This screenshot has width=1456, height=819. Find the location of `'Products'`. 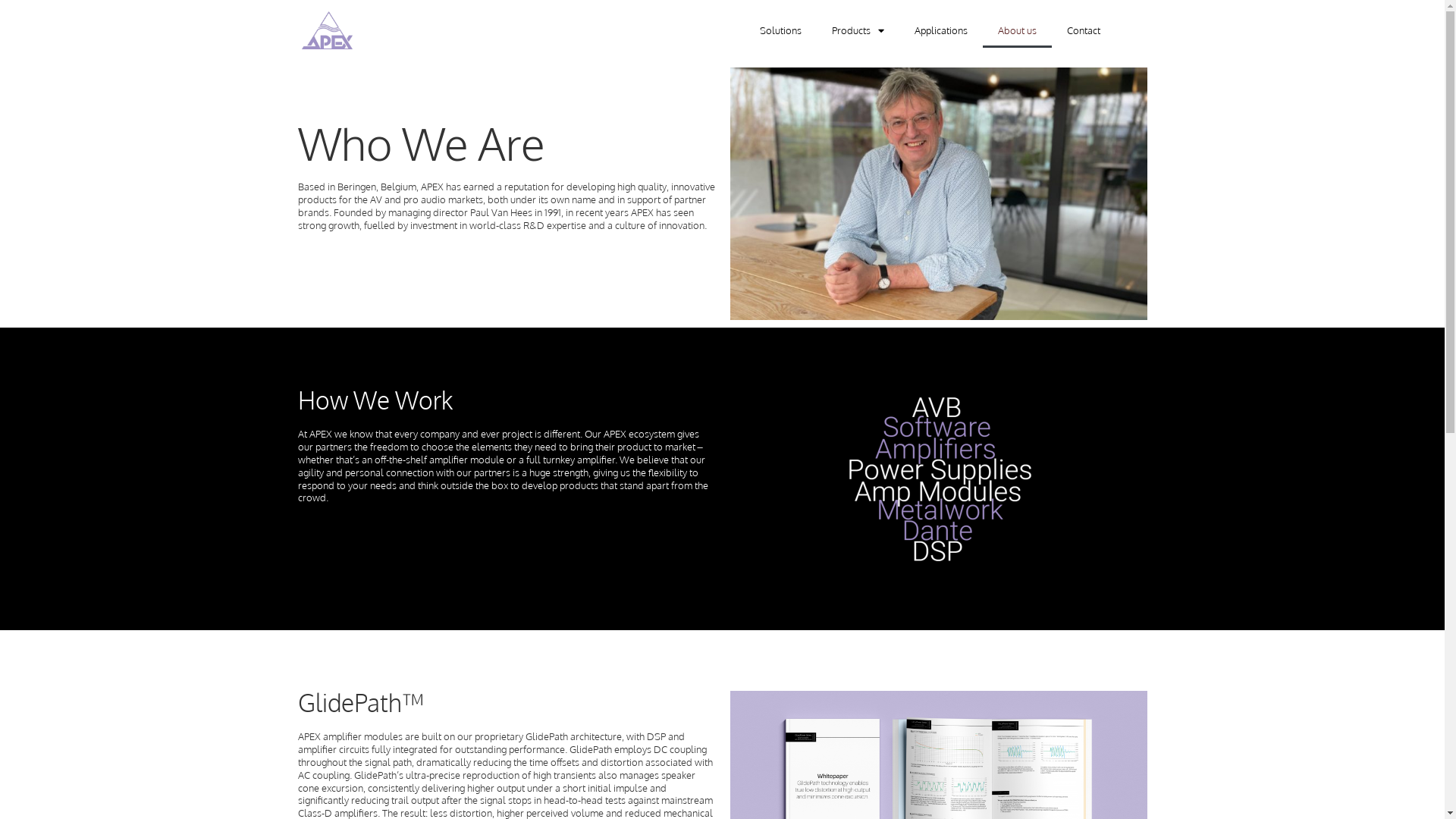

'Products' is located at coordinates (814, 30).